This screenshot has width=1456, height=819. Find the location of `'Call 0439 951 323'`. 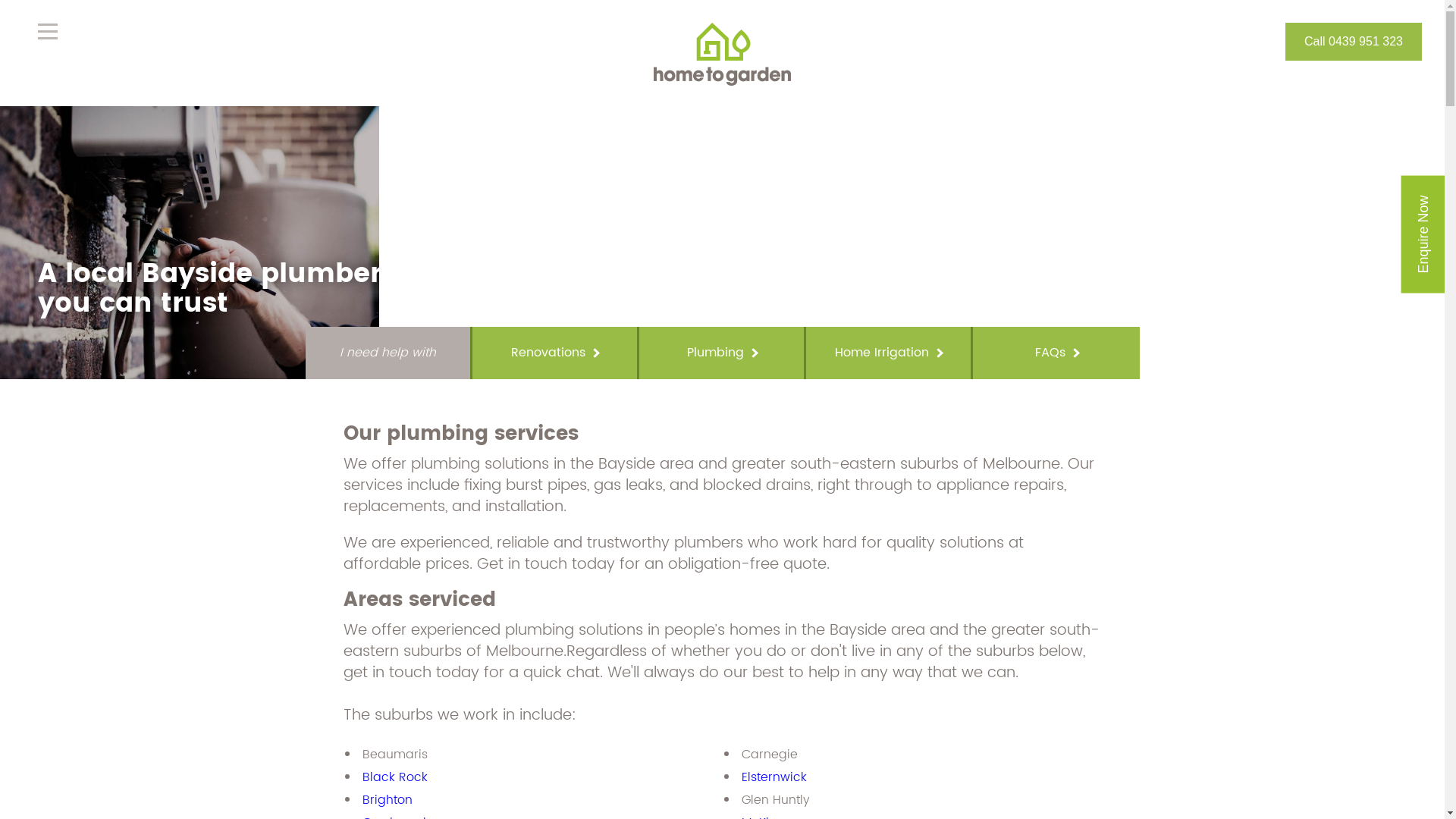

'Call 0439 951 323' is located at coordinates (1354, 40).